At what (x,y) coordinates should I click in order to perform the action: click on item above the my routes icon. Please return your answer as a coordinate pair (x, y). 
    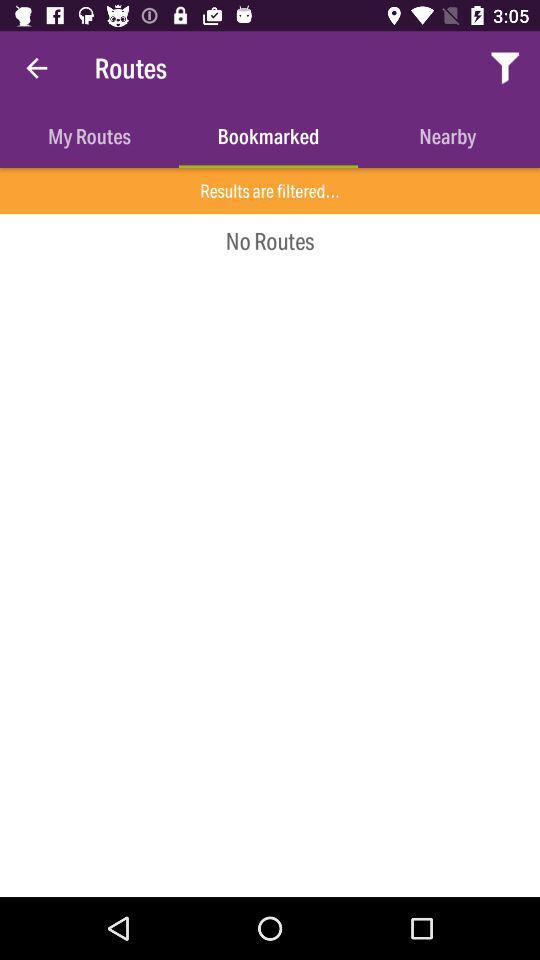
    Looking at the image, I should click on (36, 68).